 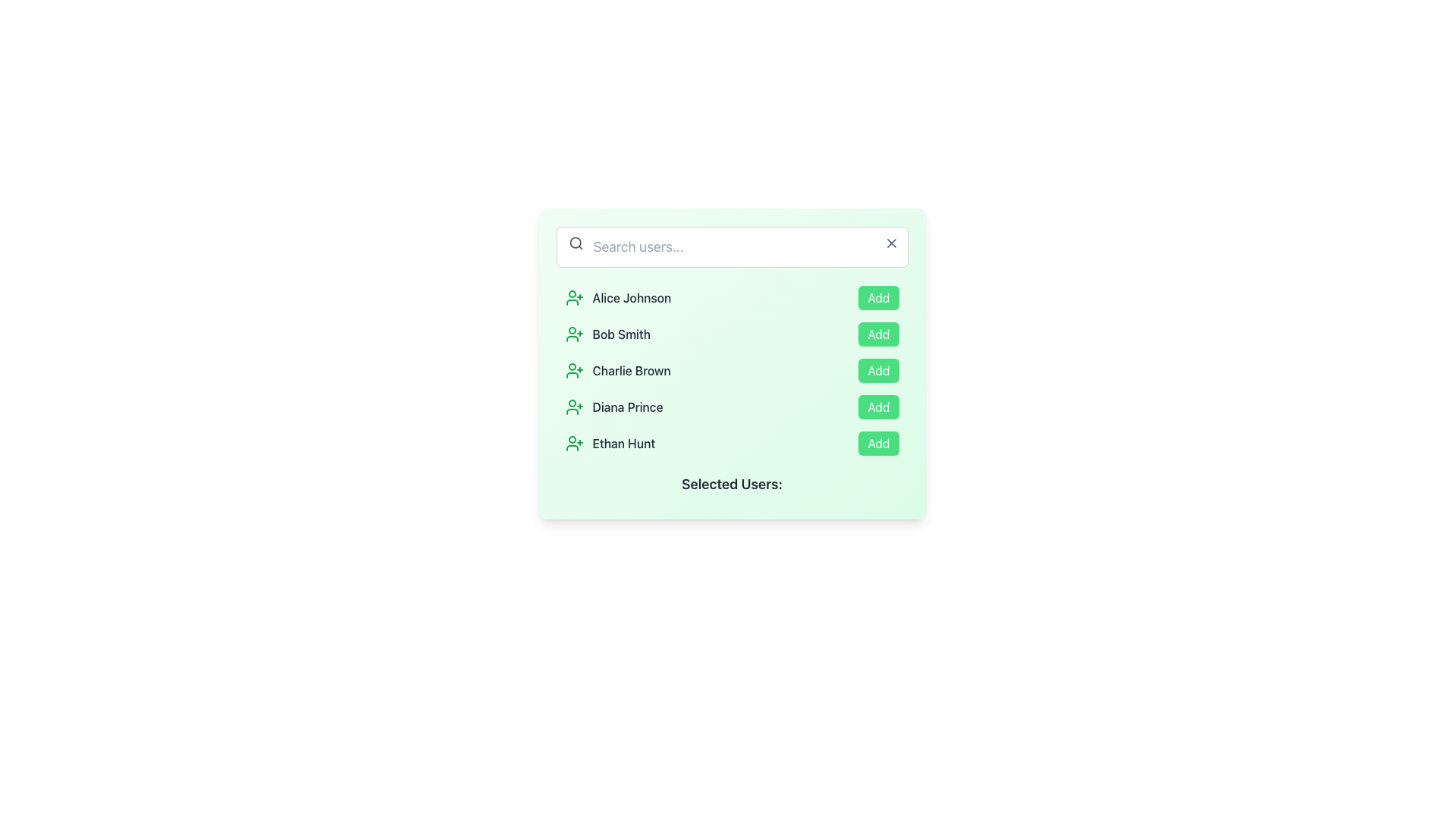 What do you see at coordinates (621, 333) in the screenshot?
I see `the text label displaying 'Bob Smith', which is in dark gray font on a light green background, located in the second row of user entries` at bounding box center [621, 333].